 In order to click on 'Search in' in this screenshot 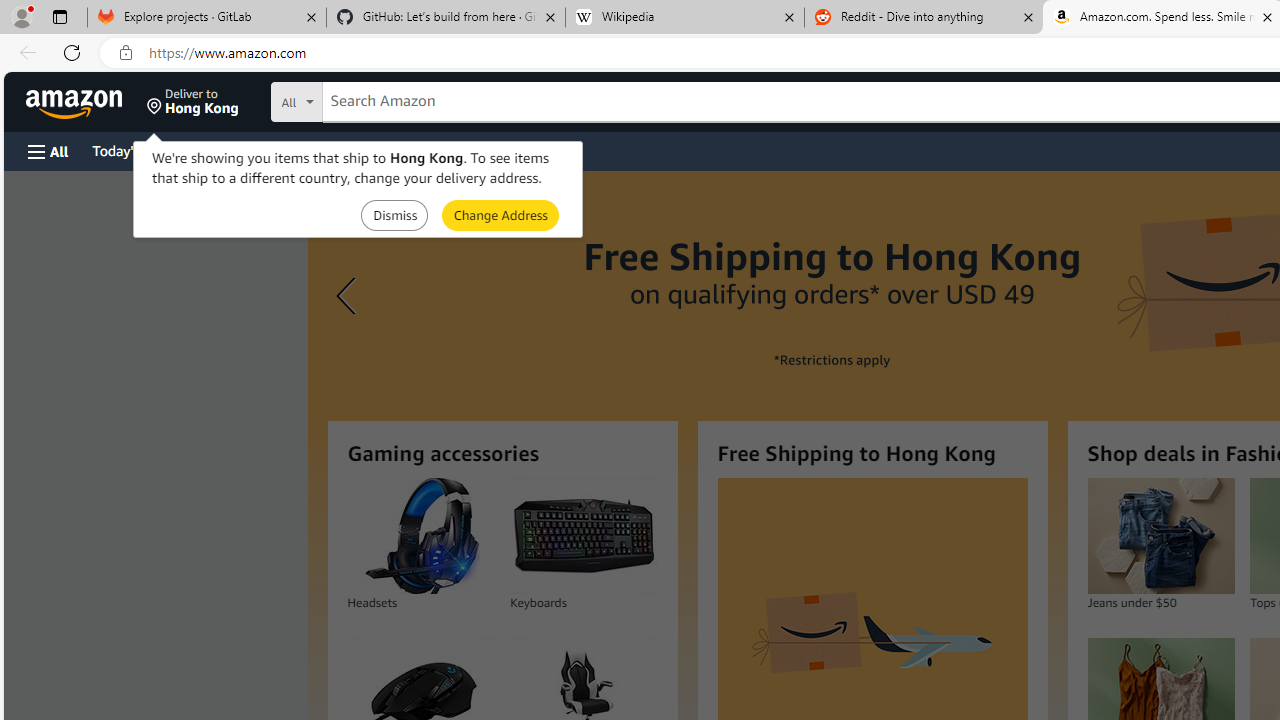, I will do `click(371, 102)`.